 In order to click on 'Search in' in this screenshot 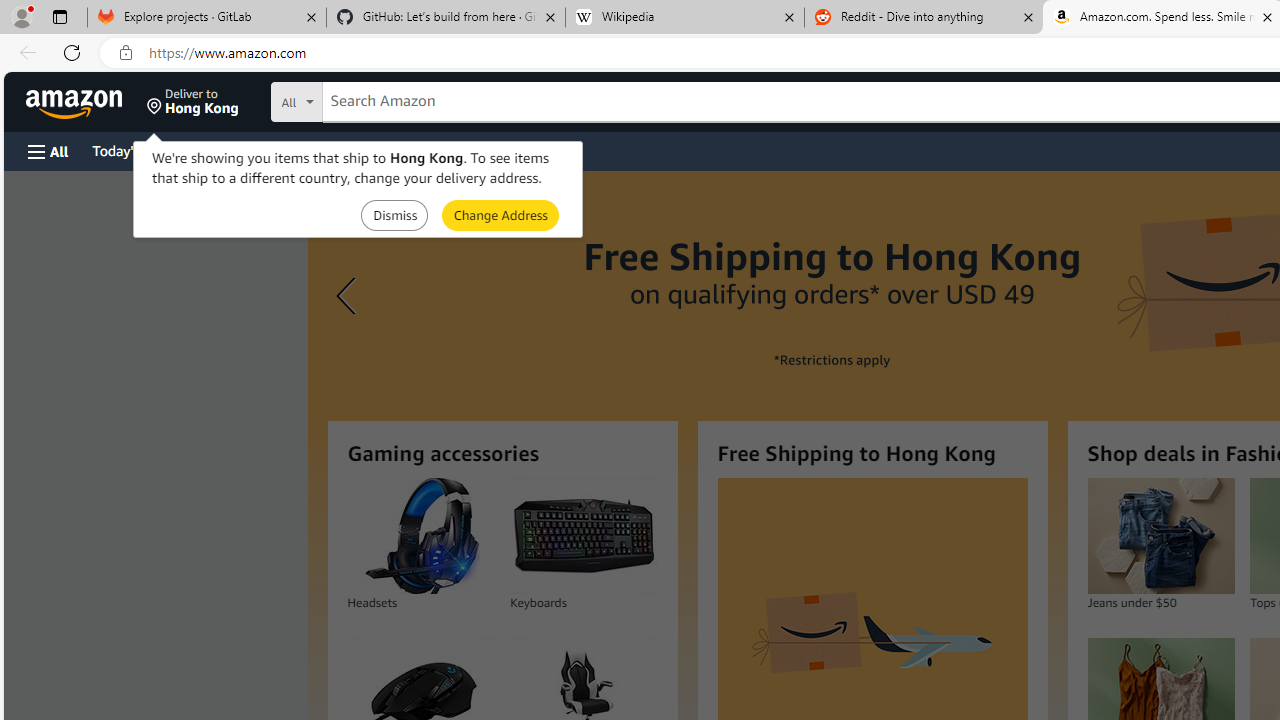, I will do `click(371, 102)`.